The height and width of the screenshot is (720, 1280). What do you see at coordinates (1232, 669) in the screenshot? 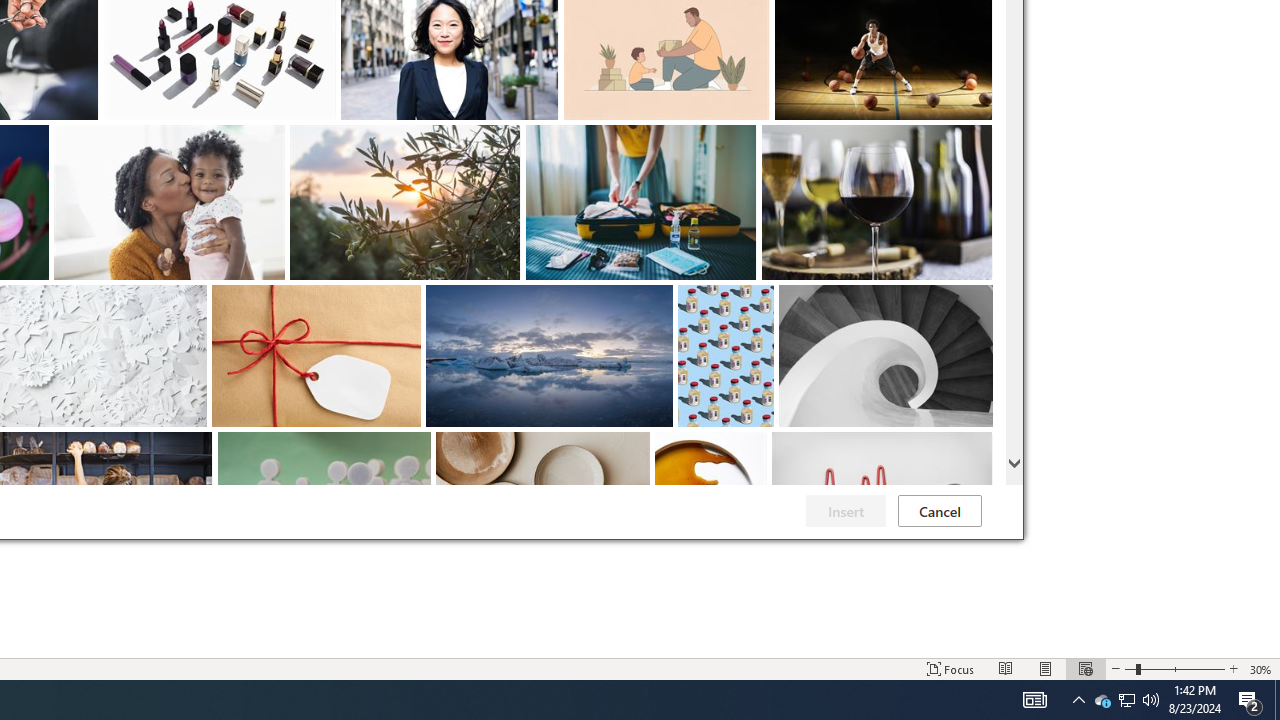
I see `'Zoom In'` at bounding box center [1232, 669].